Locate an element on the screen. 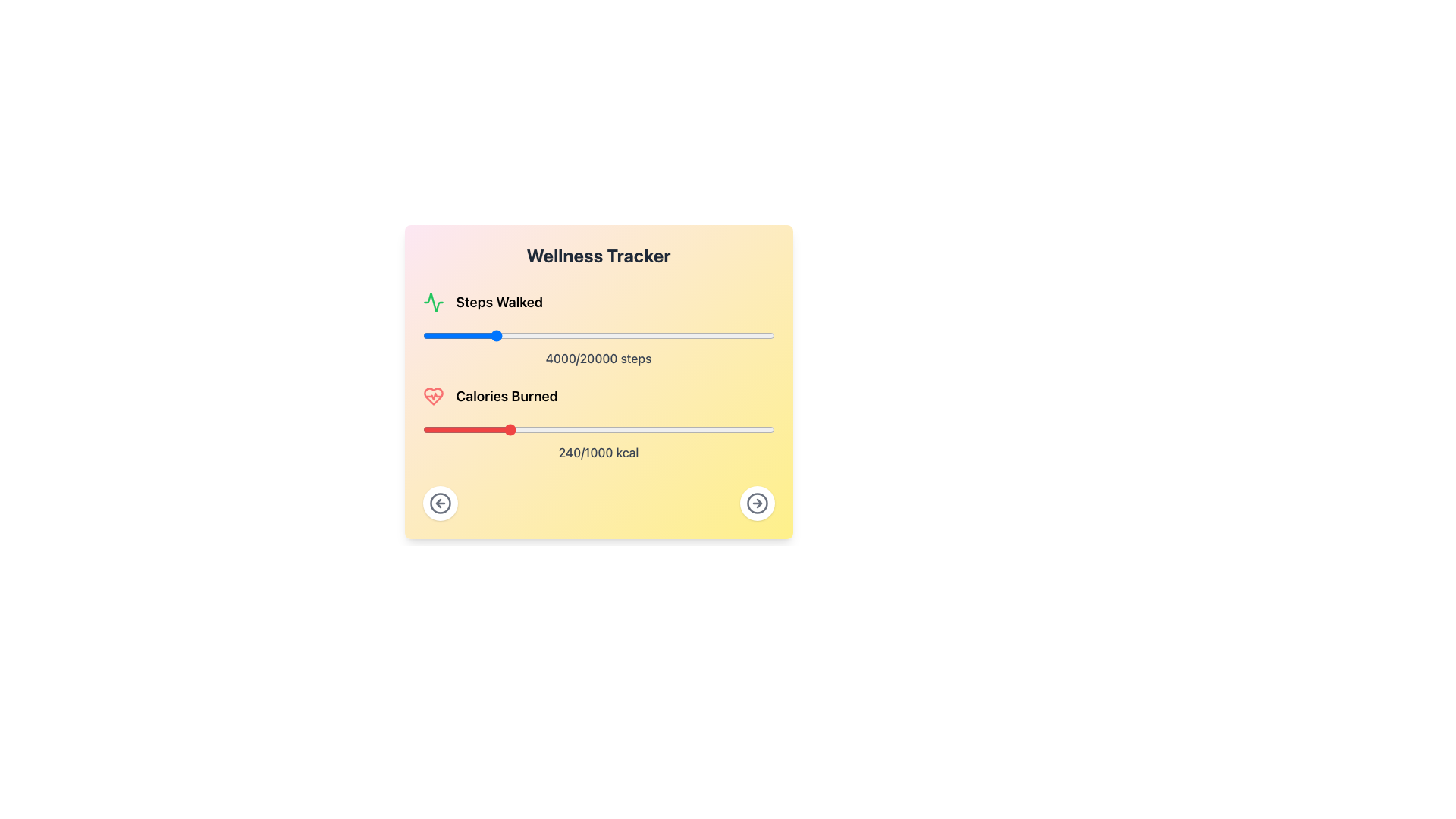  calories burned slider is located at coordinates (735, 430).